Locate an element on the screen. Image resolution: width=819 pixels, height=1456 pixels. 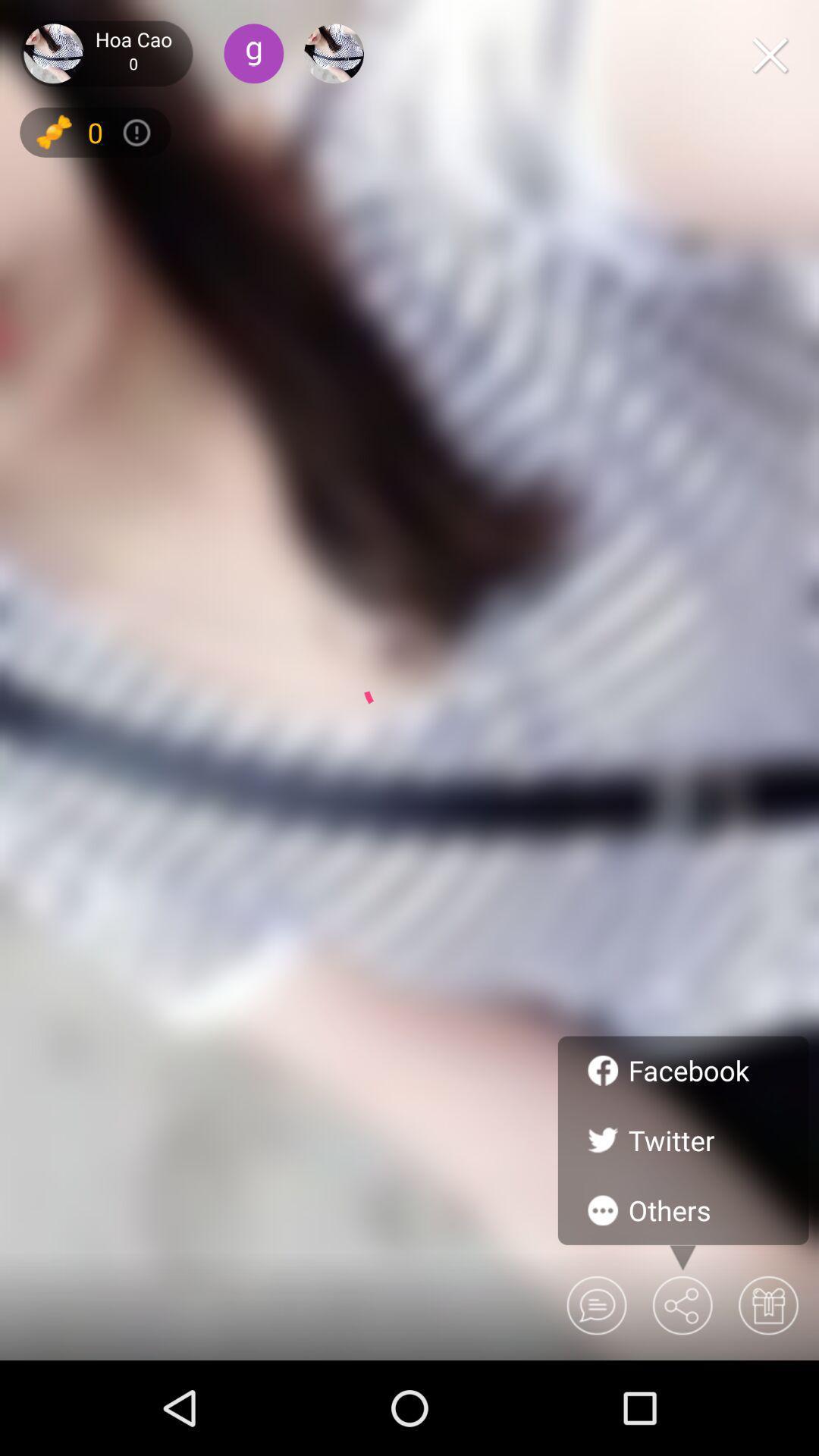
the gift icon is located at coordinates (767, 1304).